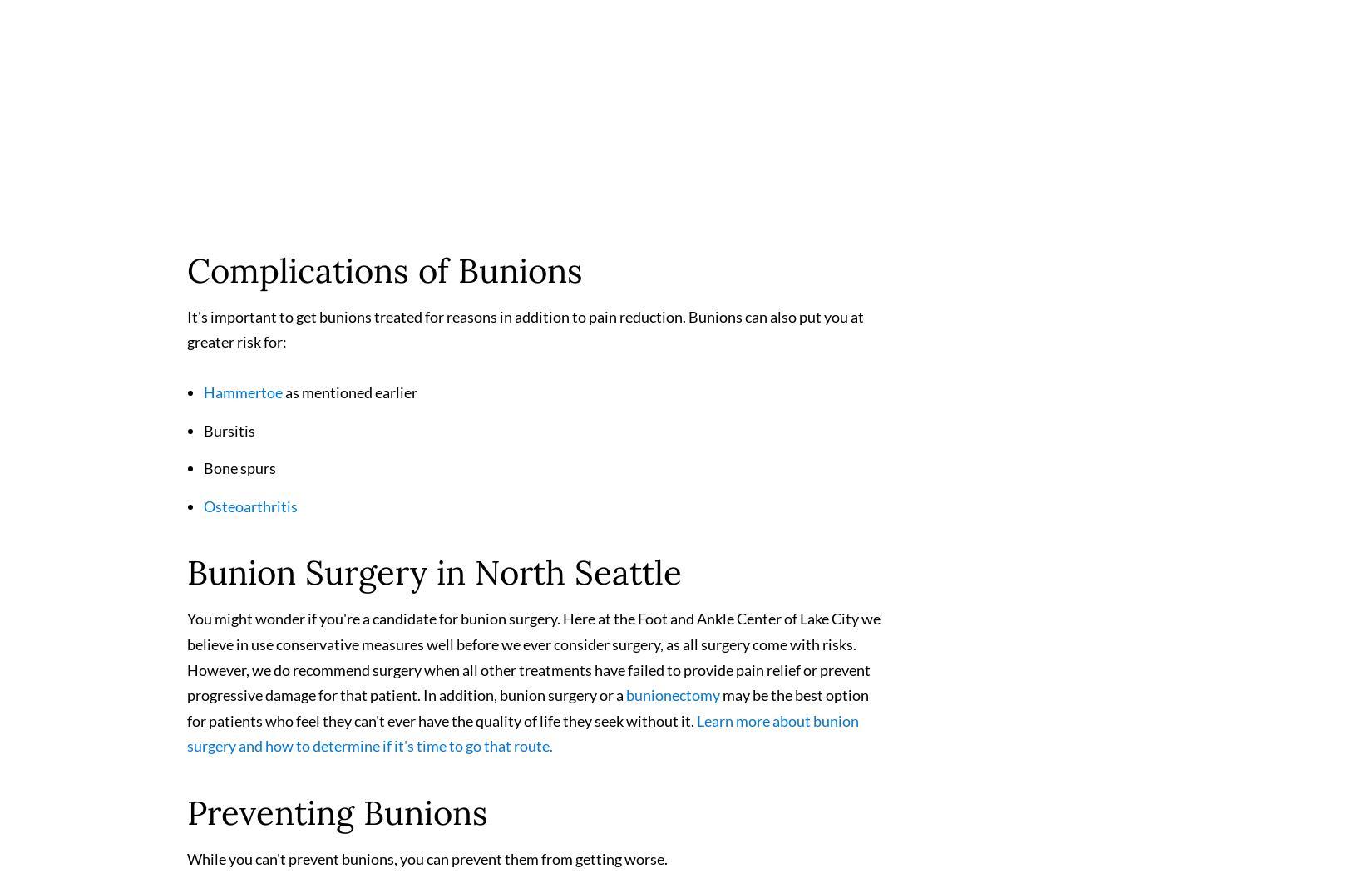  I want to click on 'may be the best option for patients who feel they can't ever have the quality of life they seek without it.', so click(526, 713).